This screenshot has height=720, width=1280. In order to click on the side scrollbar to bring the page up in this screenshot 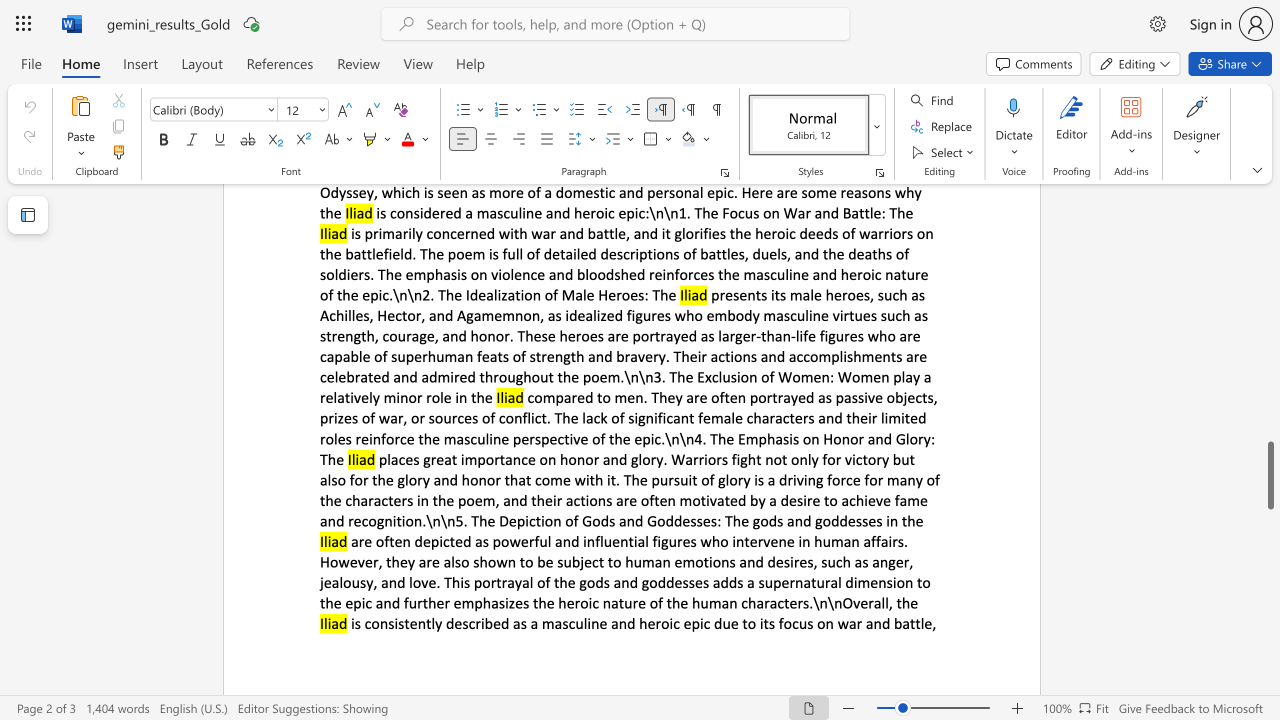, I will do `click(1269, 380)`.